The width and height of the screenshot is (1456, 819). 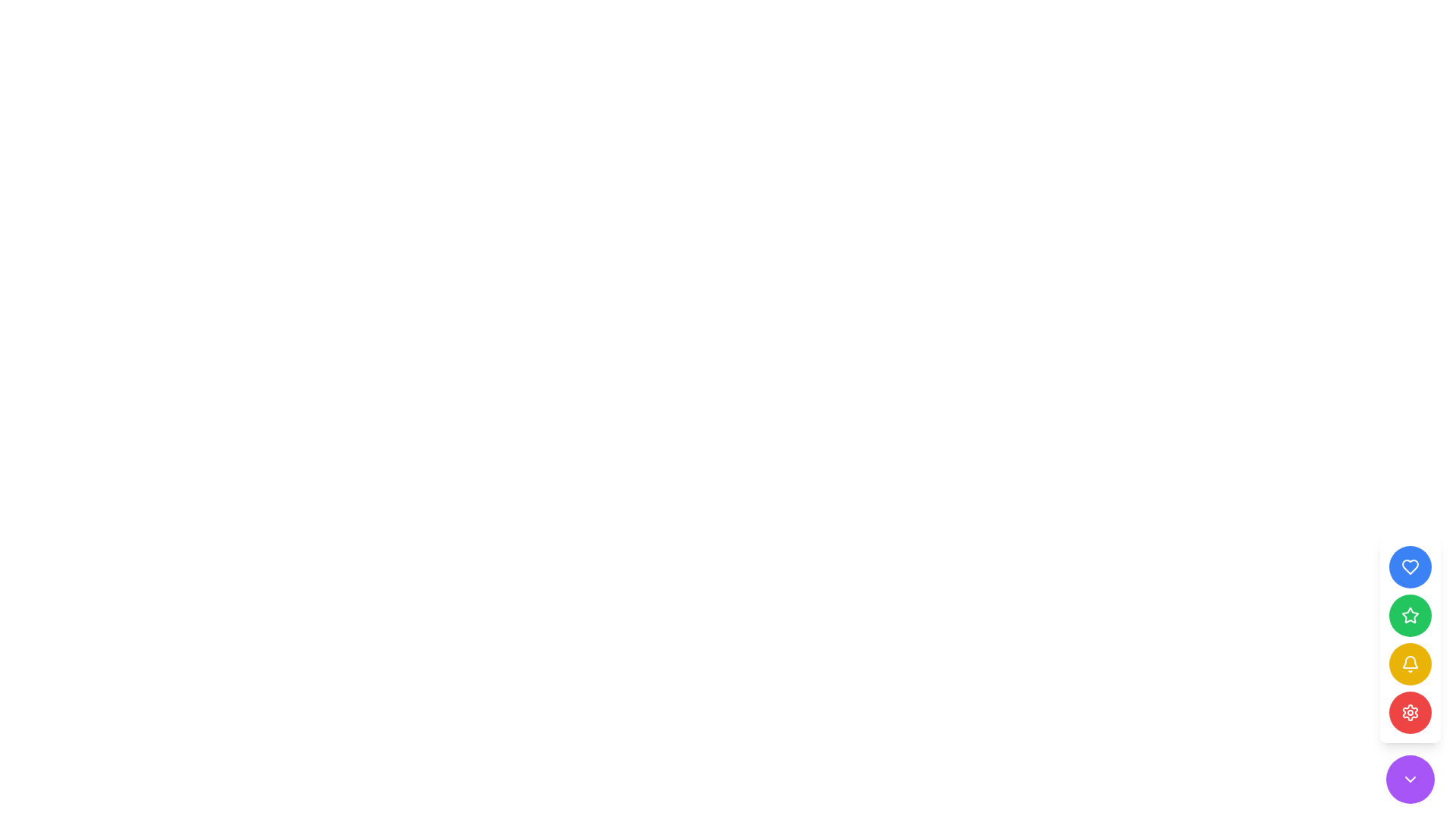 I want to click on the red circular settings button with a white cogwheel symbol, so click(x=1410, y=713).